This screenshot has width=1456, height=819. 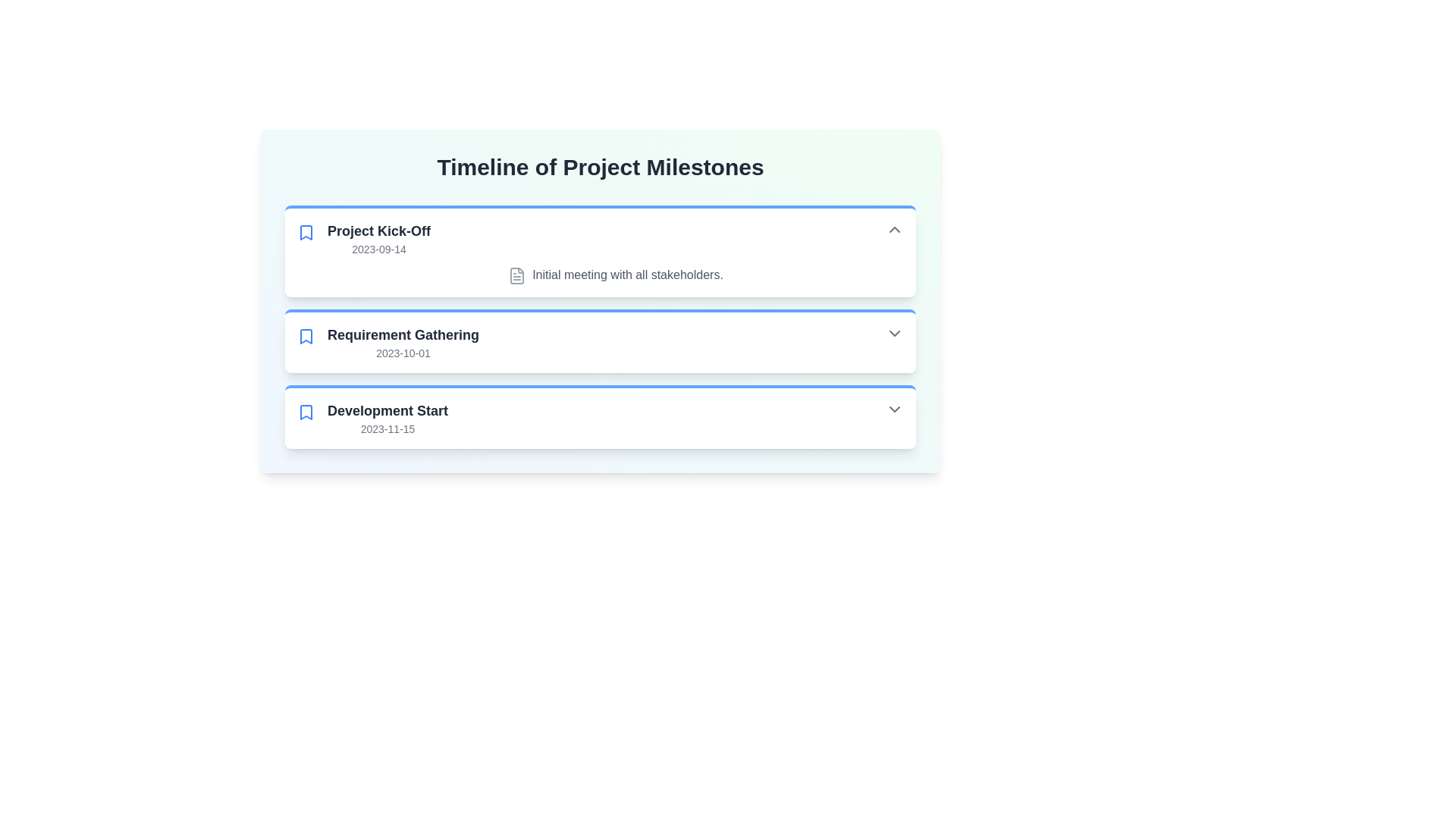 I want to click on the timeline entry titled 'Requirement Gathering', so click(x=600, y=326).